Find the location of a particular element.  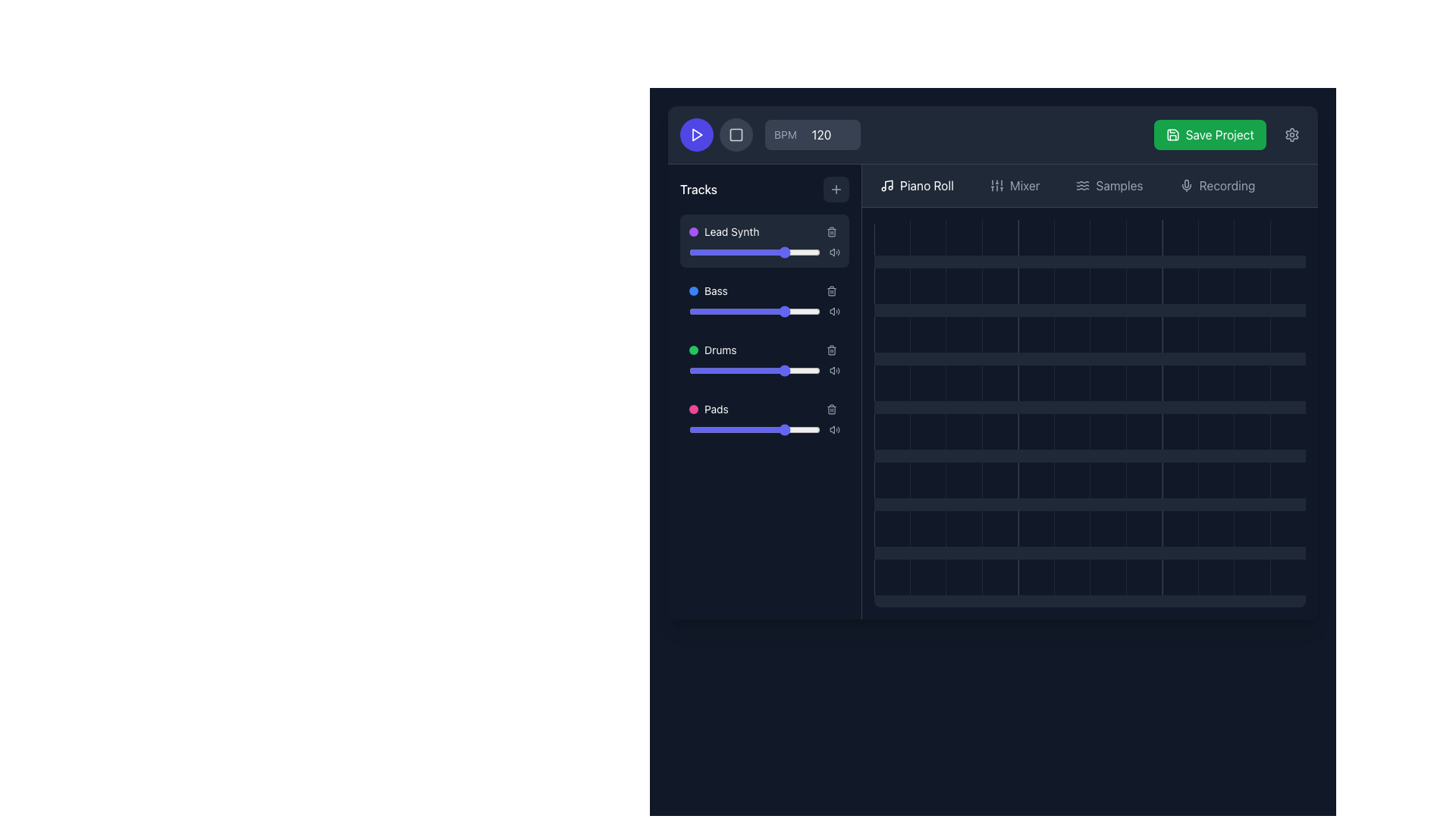

the small green circular Status indicator located to the left of the 'Drums' label in the sidebar track list panel is located at coordinates (693, 350).